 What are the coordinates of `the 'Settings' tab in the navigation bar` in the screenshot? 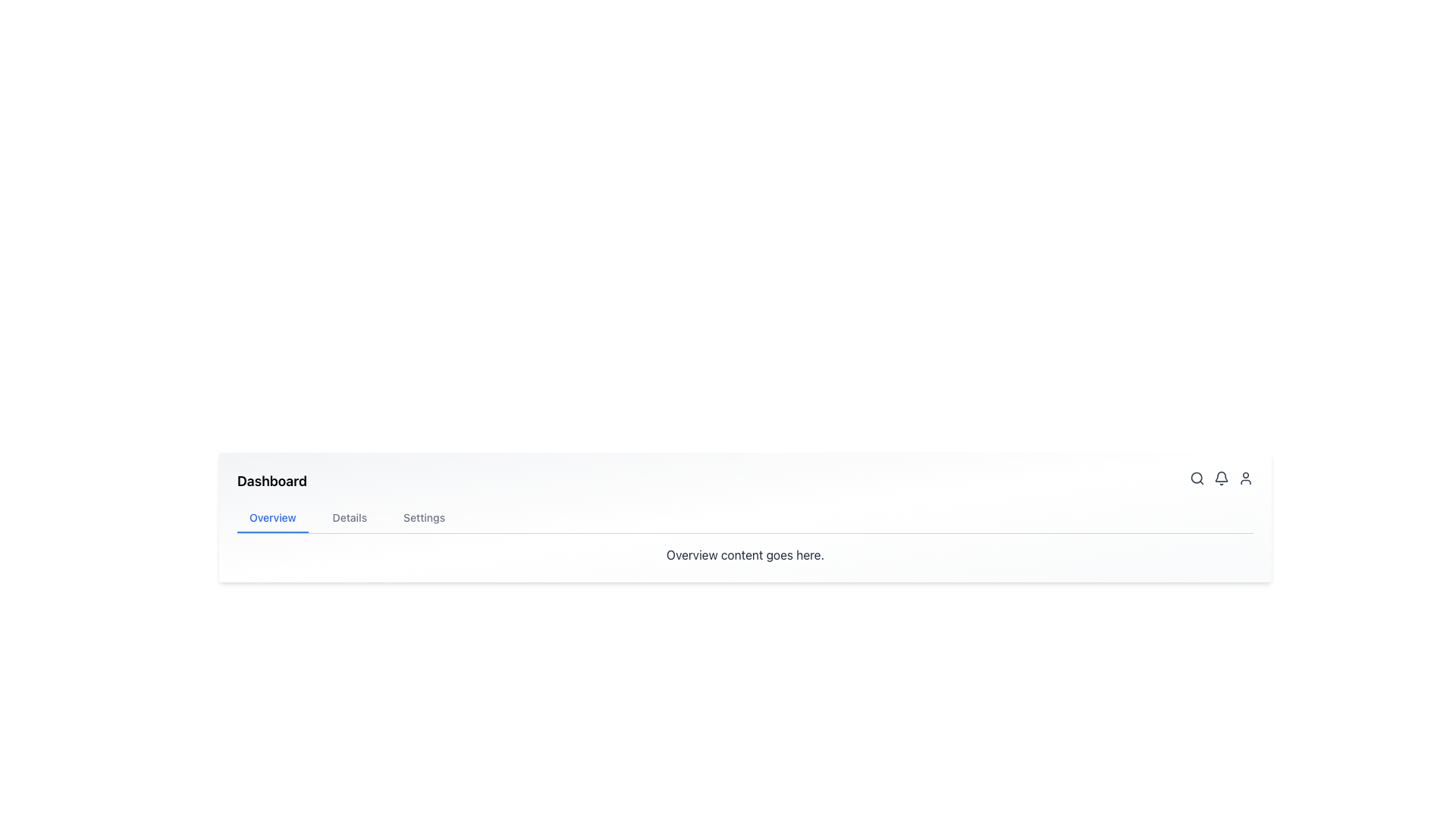 It's located at (424, 517).